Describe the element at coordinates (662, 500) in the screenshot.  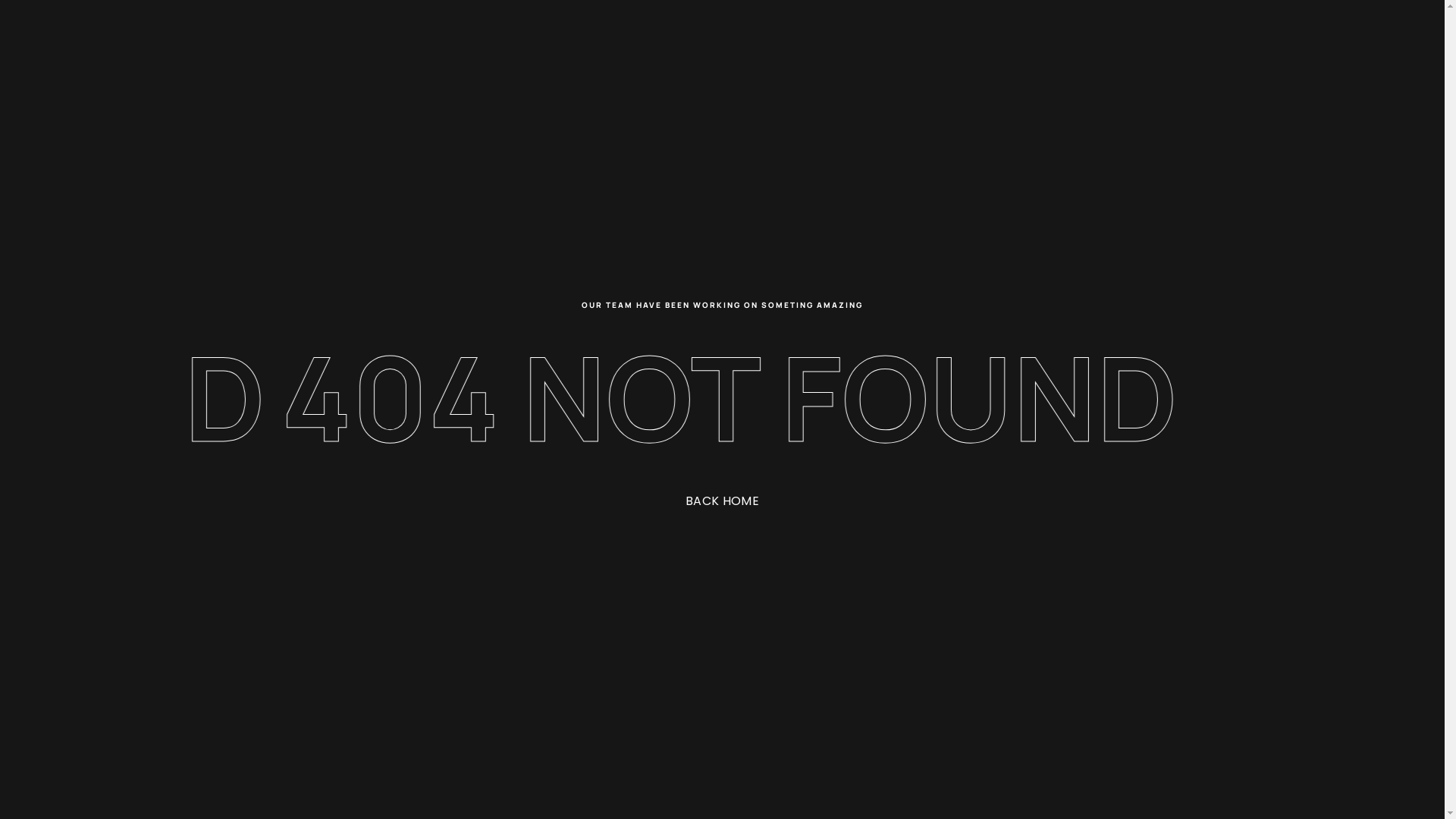
I see `'BACK HOME'` at that location.